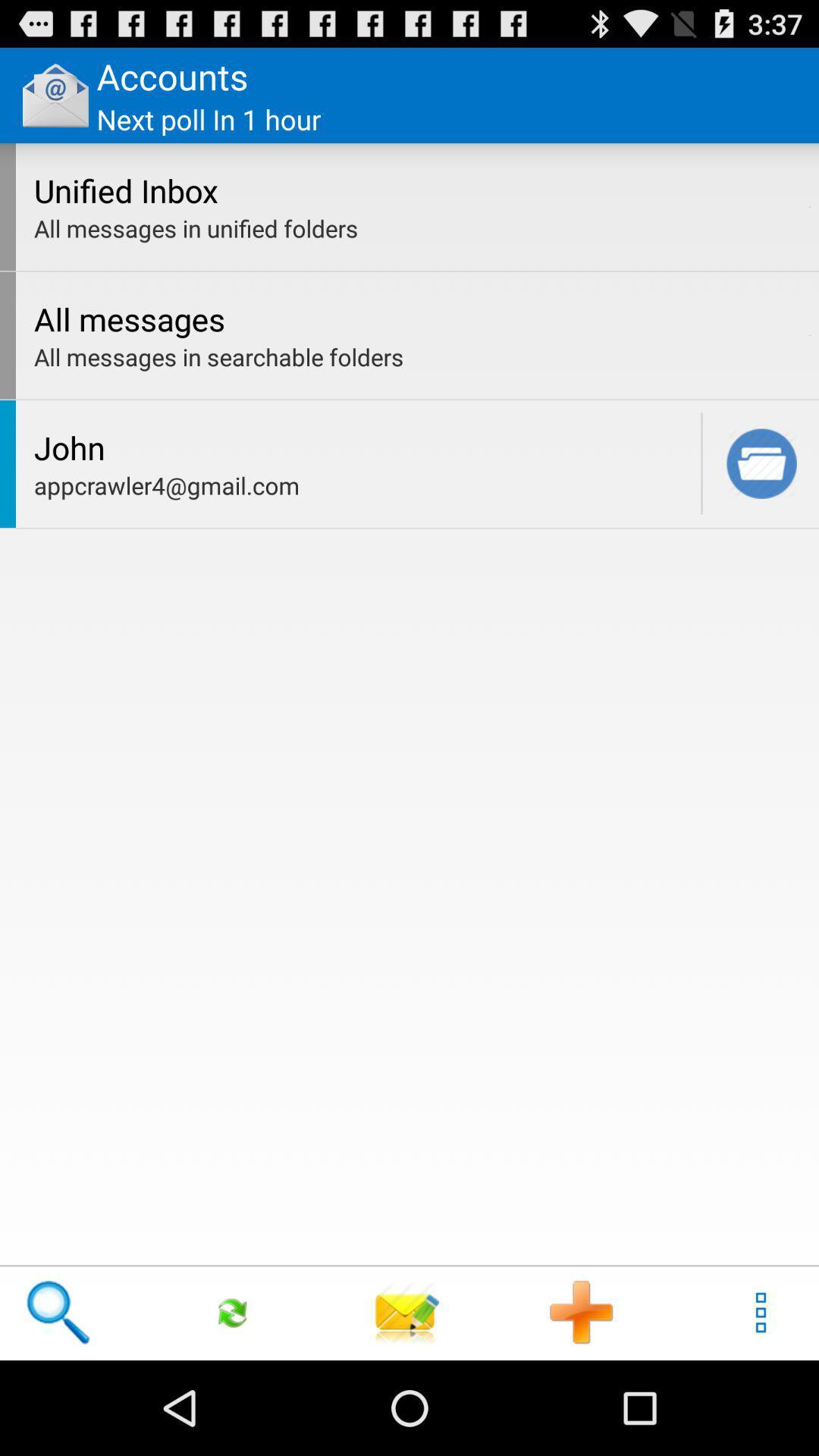 The width and height of the screenshot is (819, 1456). What do you see at coordinates (406, 1312) in the screenshot?
I see `the icon below appcrawler4@gmail.com` at bounding box center [406, 1312].